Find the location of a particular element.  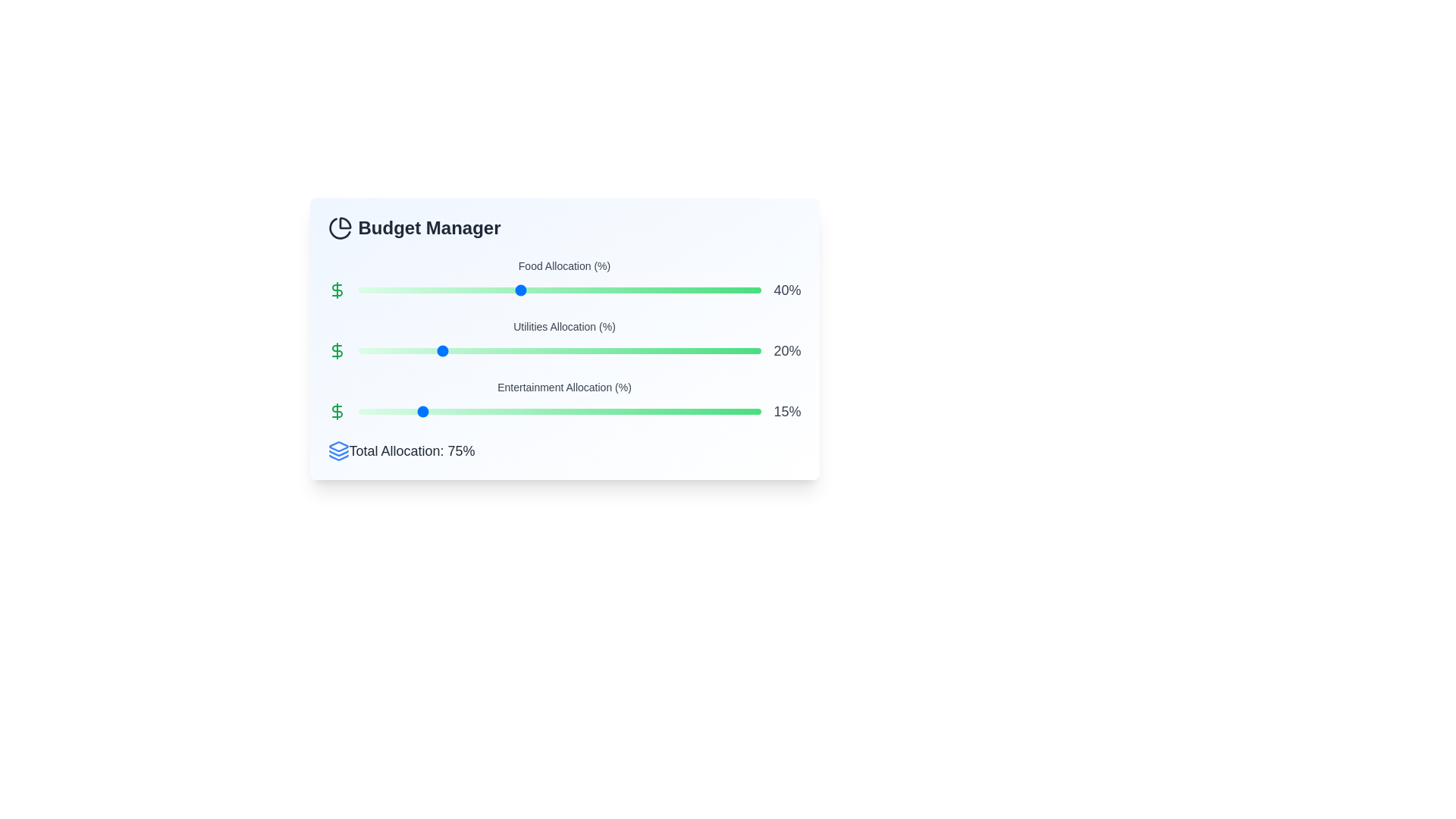

the Utilities Allocation slider to 51% is located at coordinates (563, 350).